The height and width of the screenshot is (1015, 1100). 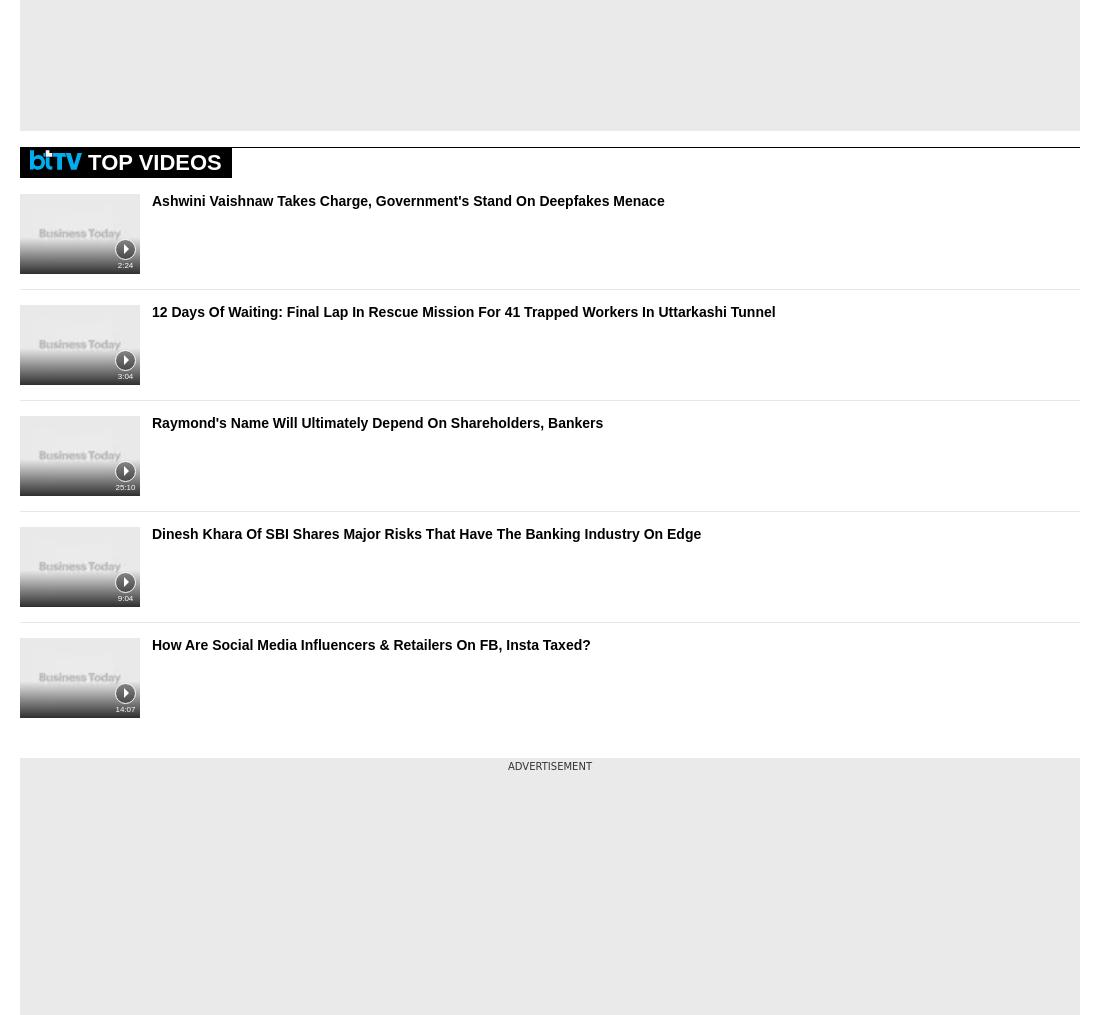 What do you see at coordinates (124, 596) in the screenshot?
I see `'9:04'` at bounding box center [124, 596].